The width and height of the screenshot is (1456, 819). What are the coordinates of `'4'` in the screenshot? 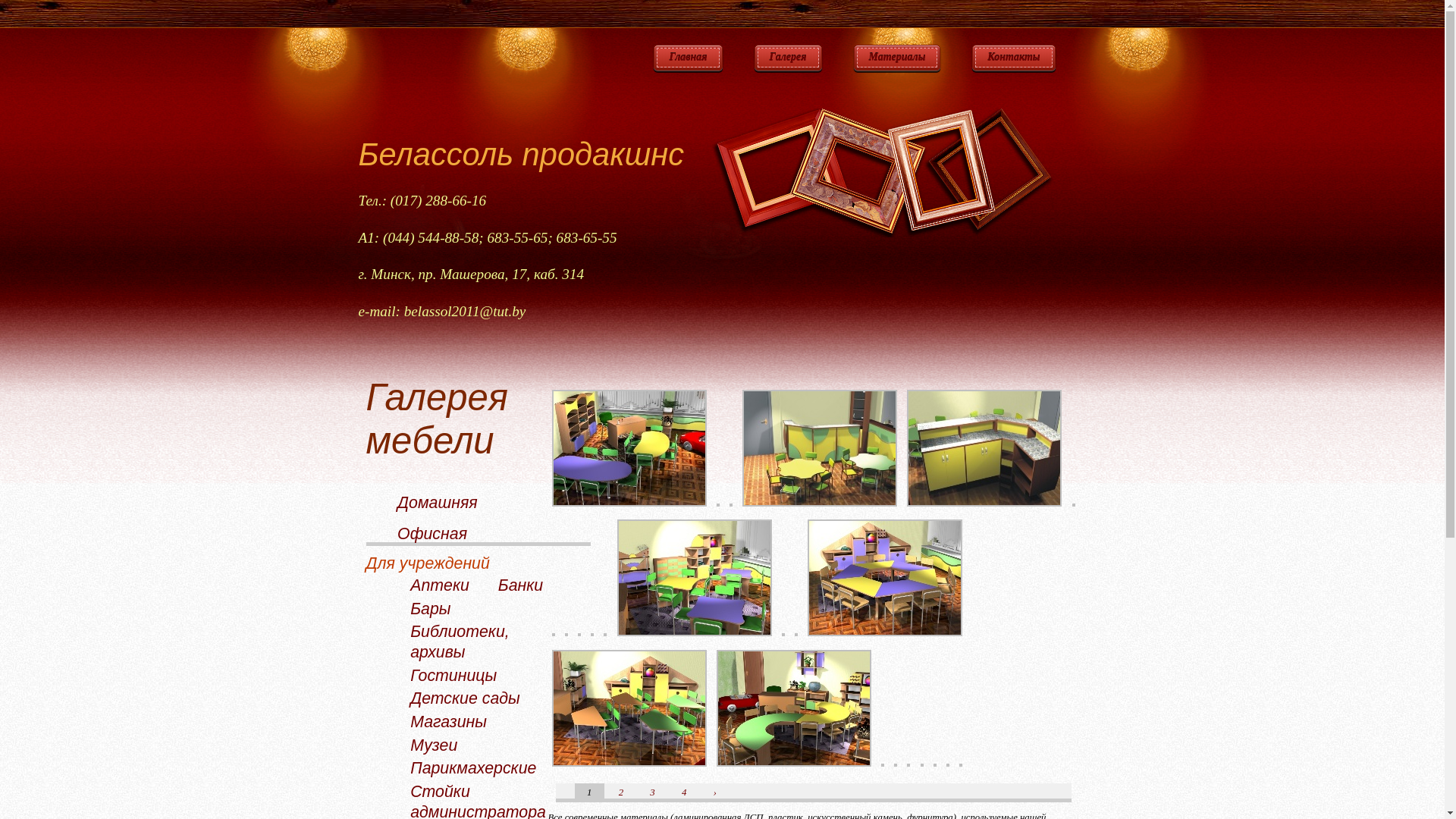 It's located at (680, 792).